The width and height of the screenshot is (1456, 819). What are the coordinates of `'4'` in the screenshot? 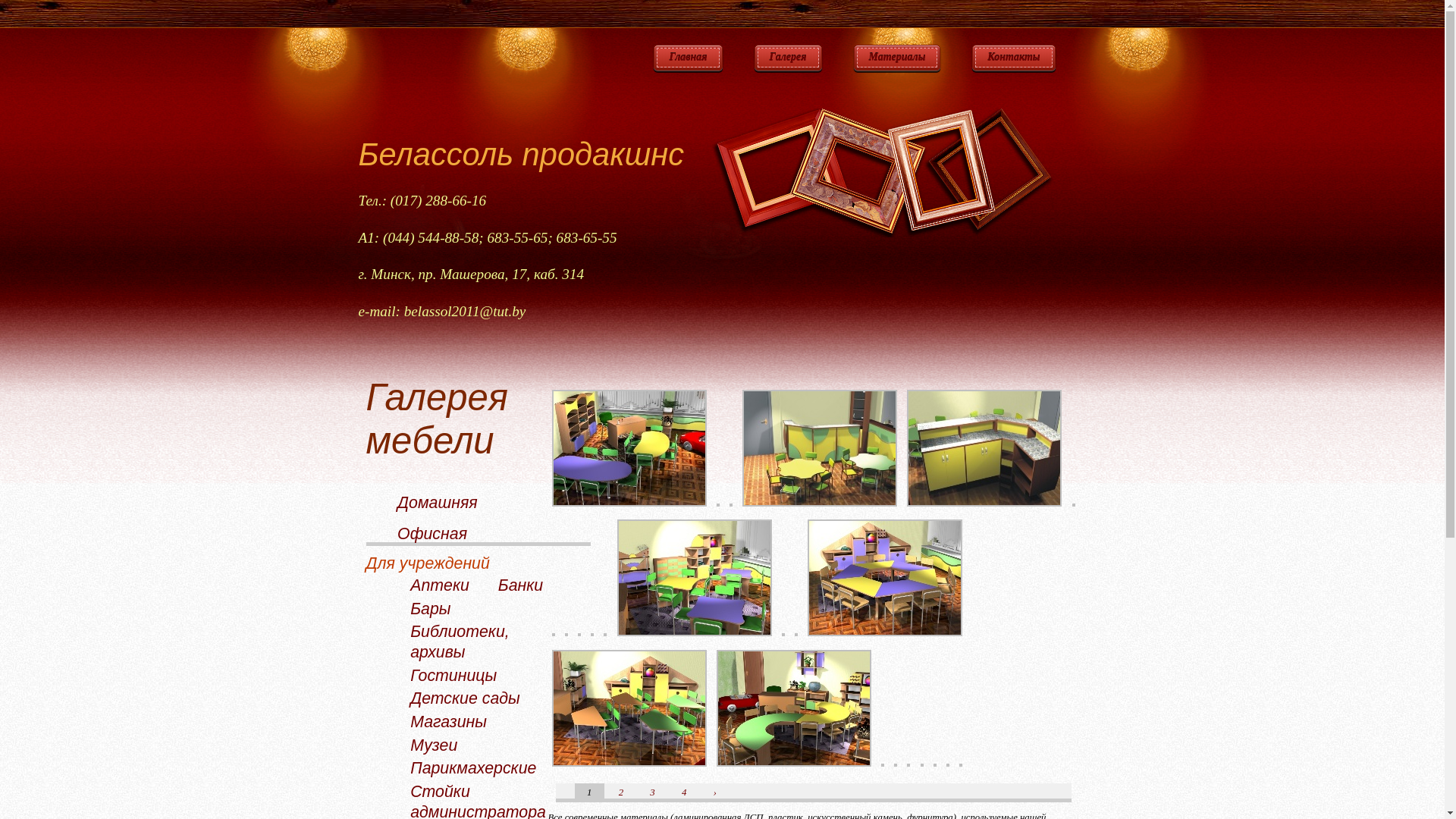 It's located at (680, 792).